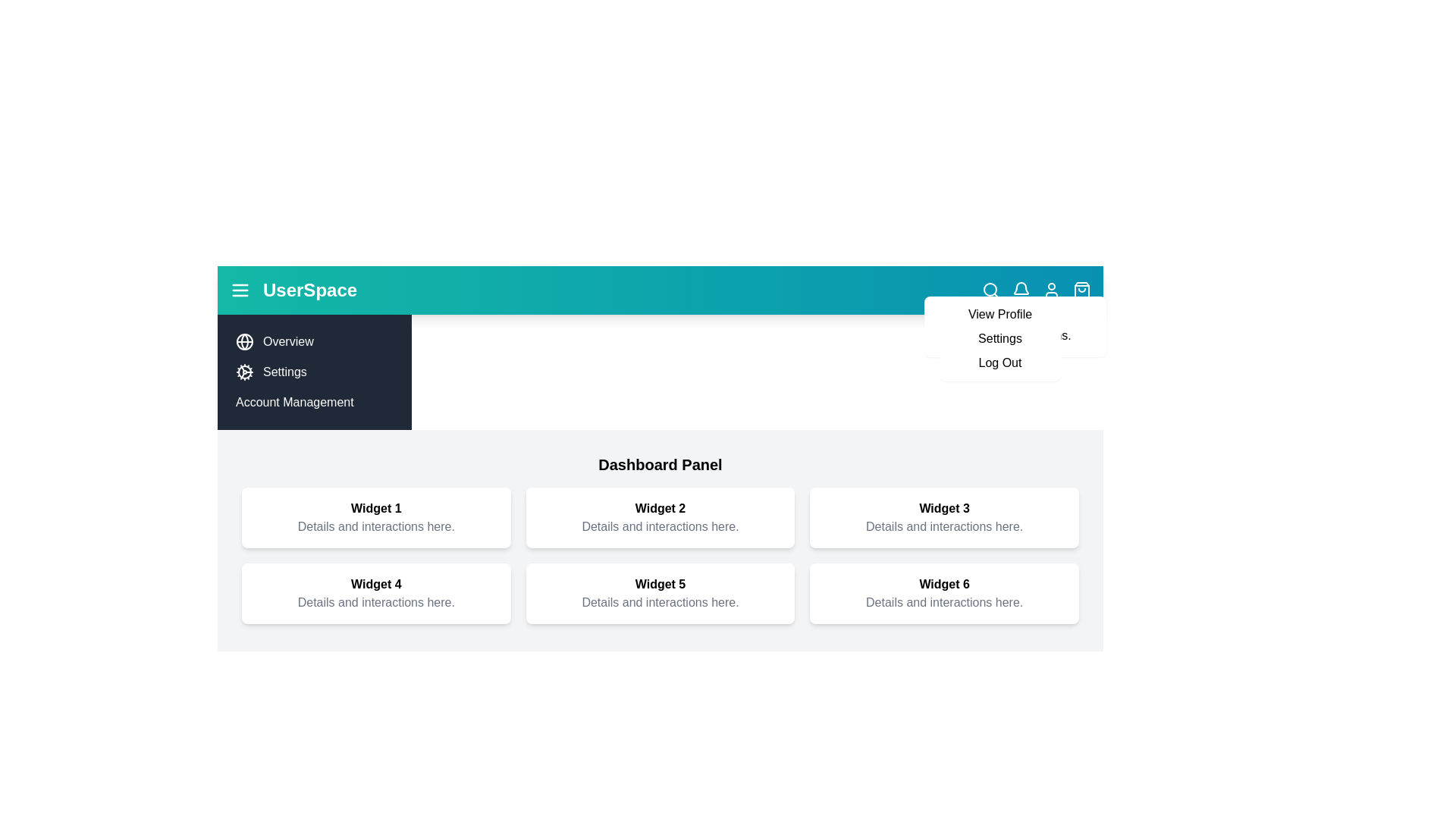 This screenshot has height=819, width=1456. I want to click on the informative Text label located in the second row, third column of the widget grid, which provides details about 'Widget 6', so click(943, 601).